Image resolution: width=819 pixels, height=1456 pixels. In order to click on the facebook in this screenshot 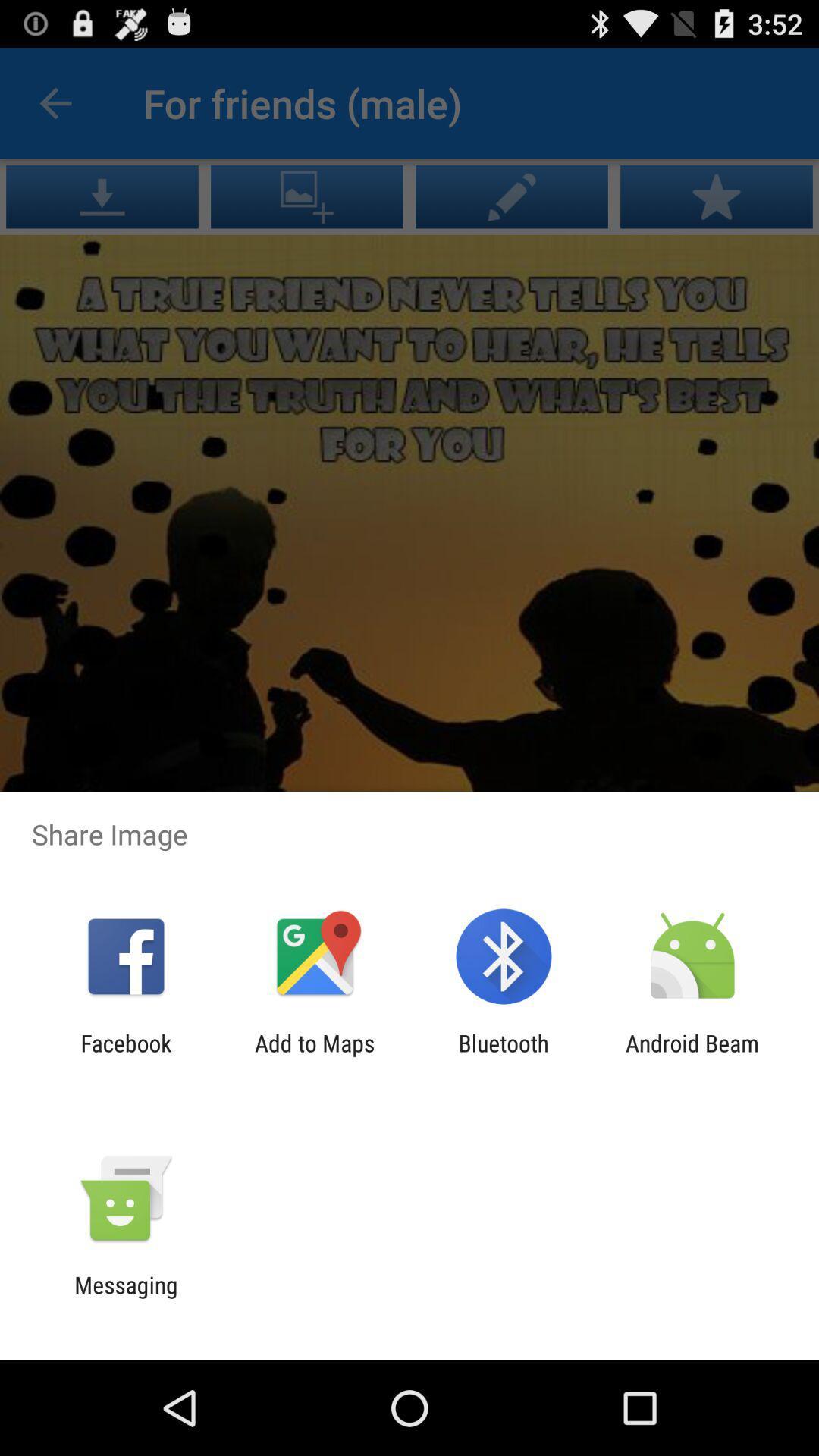, I will do `click(125, 1056)`.